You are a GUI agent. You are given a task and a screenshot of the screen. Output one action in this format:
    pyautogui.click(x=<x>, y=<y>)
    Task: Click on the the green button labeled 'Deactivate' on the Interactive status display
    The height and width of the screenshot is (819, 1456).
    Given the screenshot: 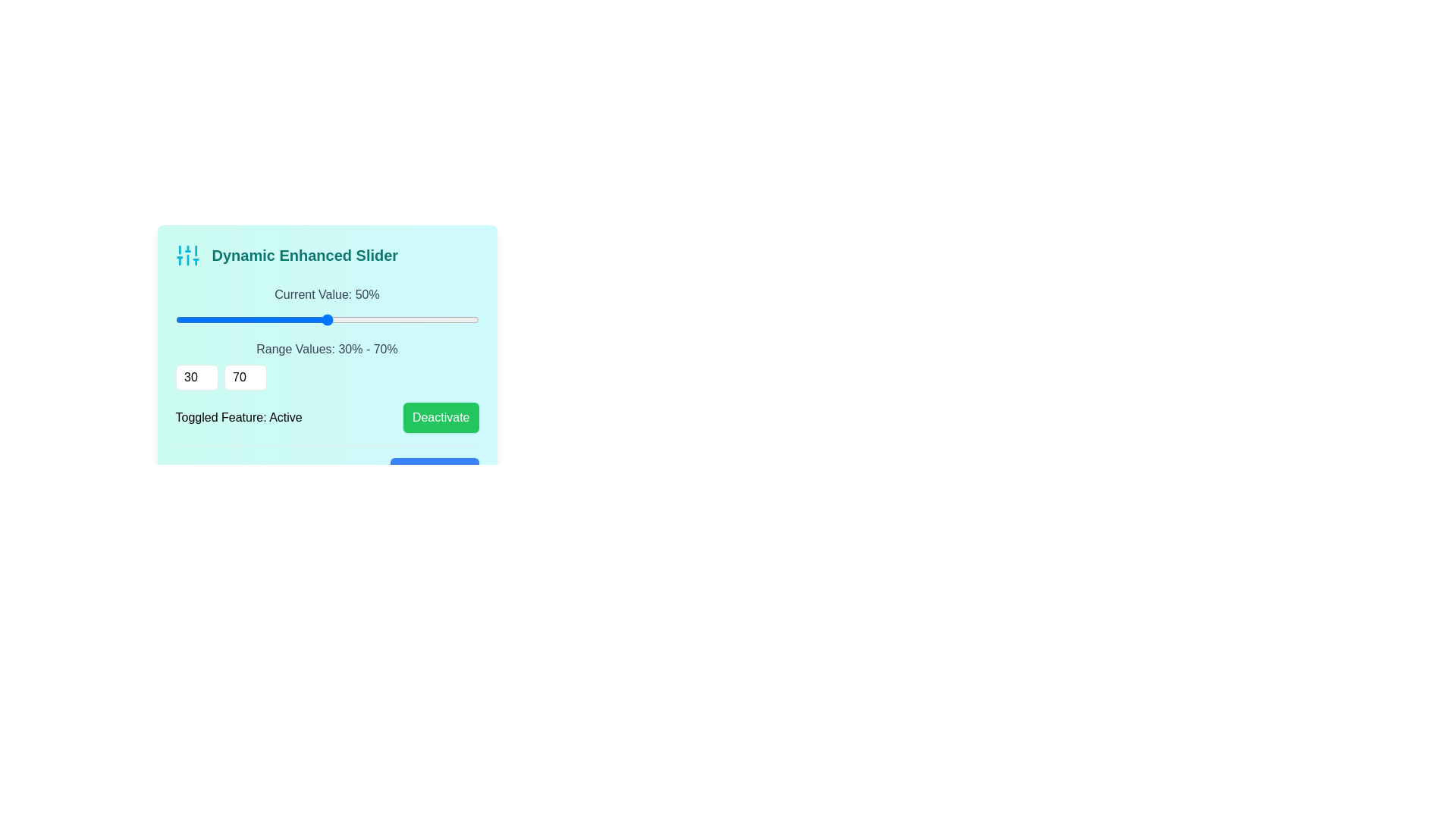 What is the action you would take?
    pyautogui.click(x=326, y=418)
    